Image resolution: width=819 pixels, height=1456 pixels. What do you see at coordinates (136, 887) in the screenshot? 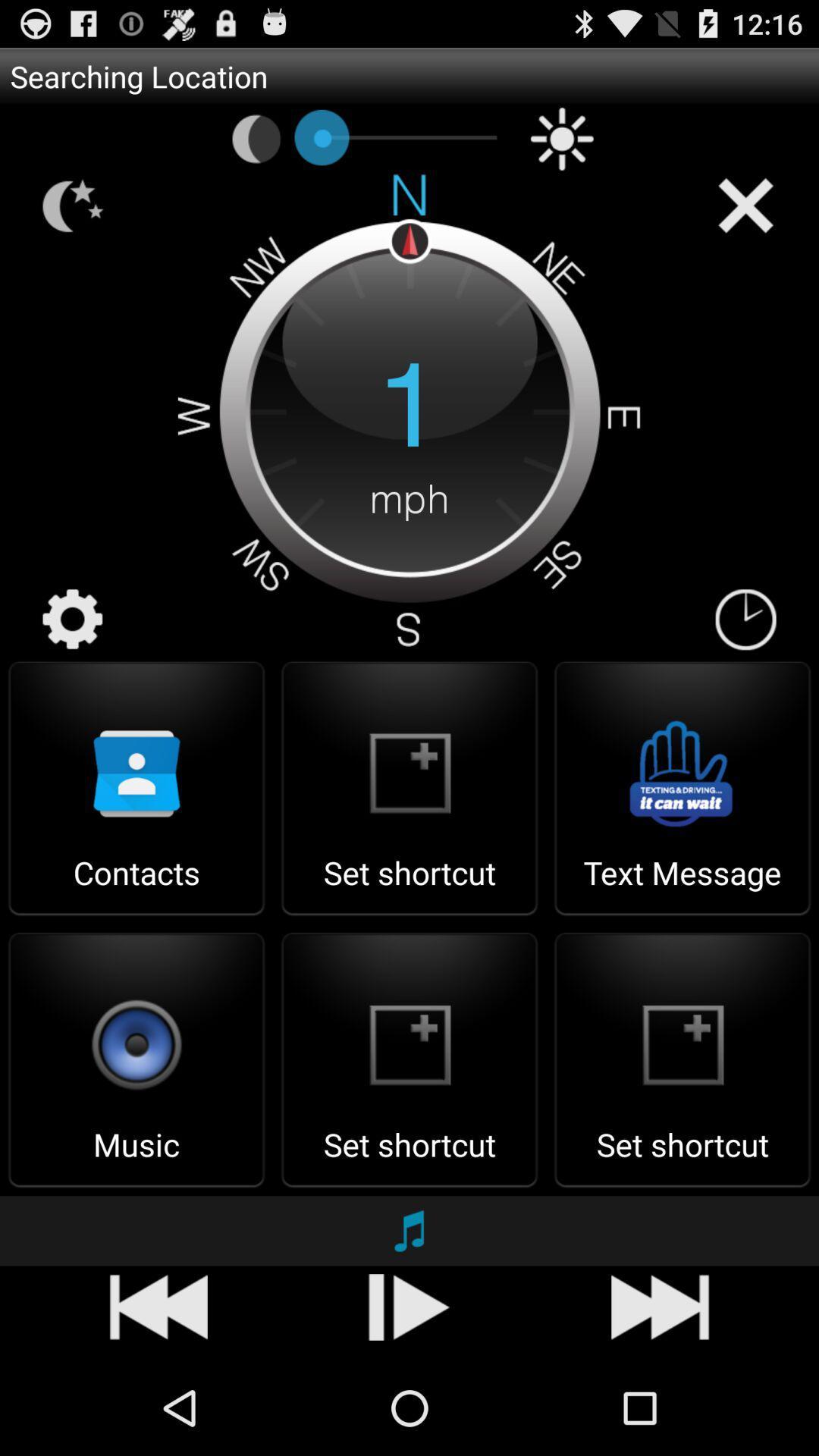
I see `the contacts item` at bounding box center [136, 887].